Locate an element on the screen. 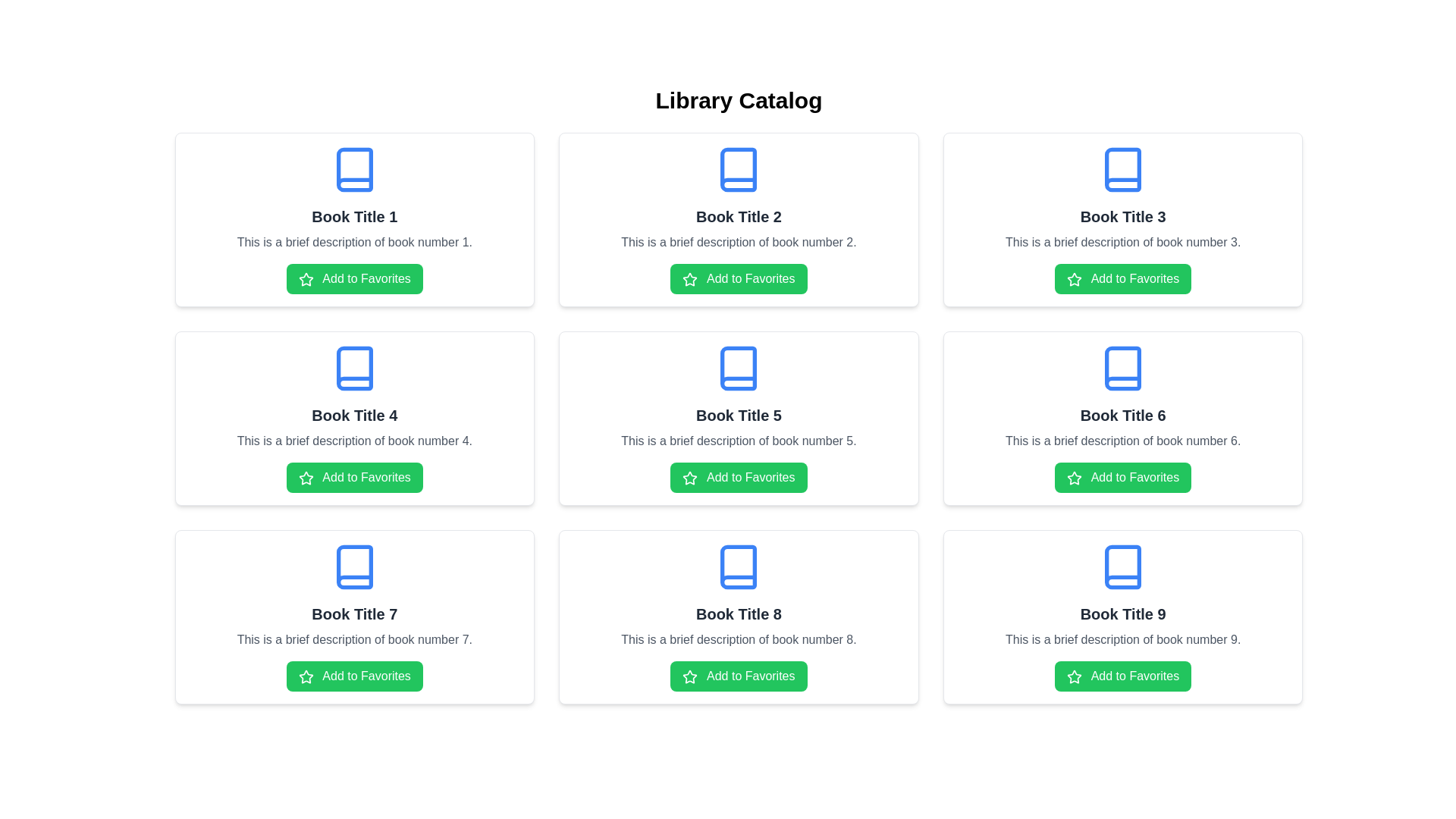  the book icon located in the second card of the grid, above the text 'Book Title 2' is located at coordinates (739, 169).